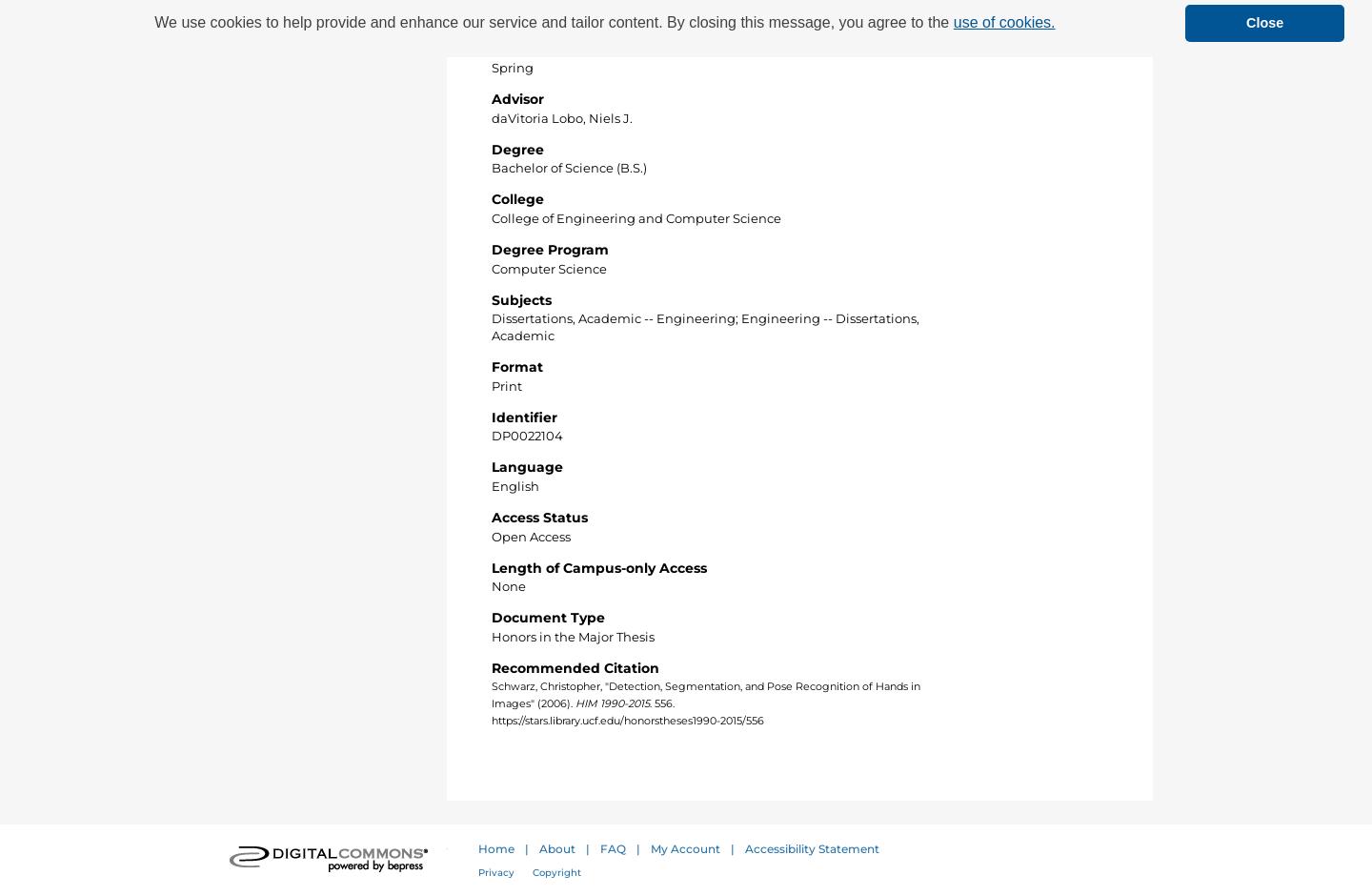 The height and width of the screenshot is (896, 1372). I want to click on 'Home', so click(476, 847).